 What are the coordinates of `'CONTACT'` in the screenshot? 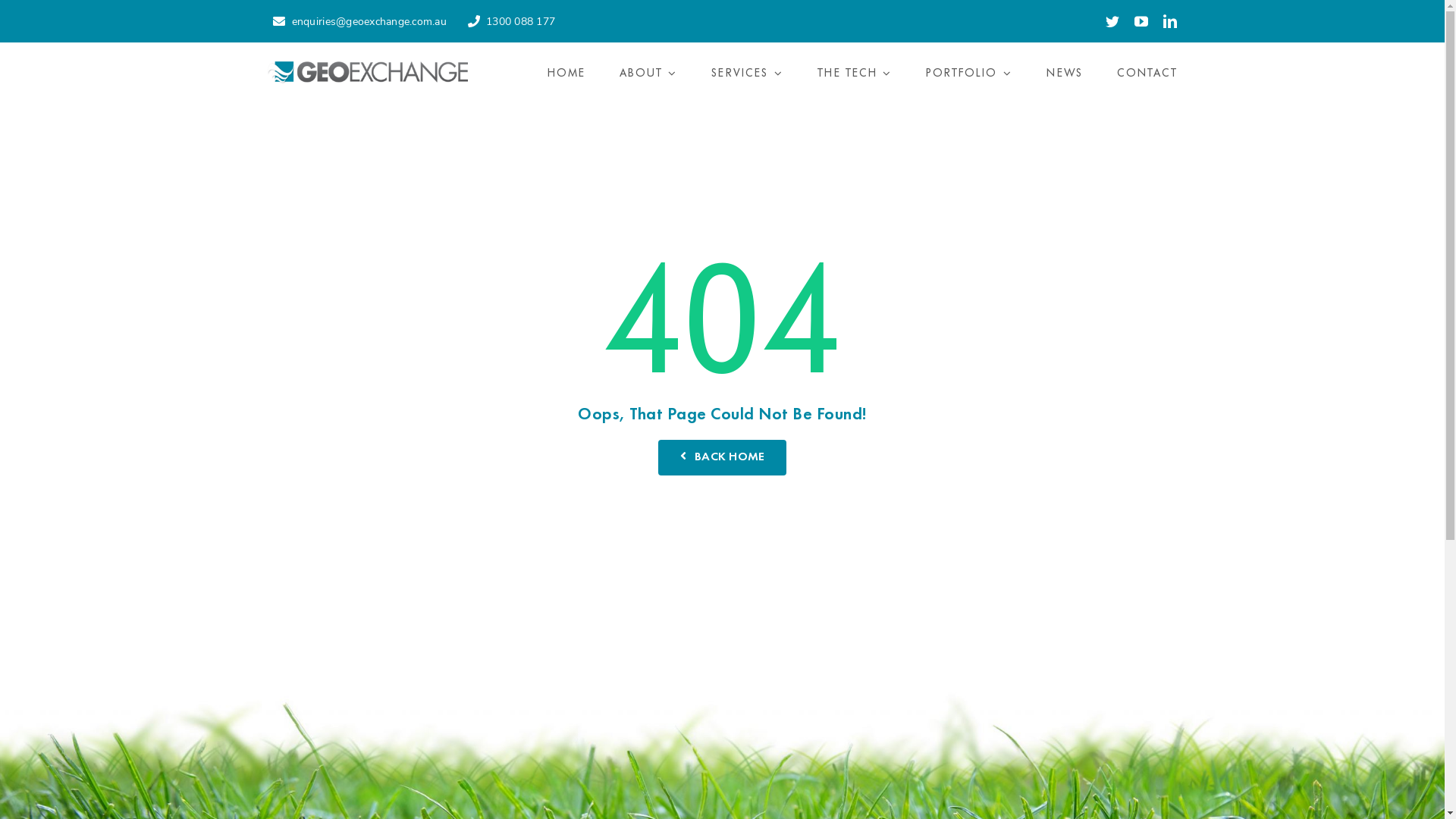 It's located at (1117, 73).